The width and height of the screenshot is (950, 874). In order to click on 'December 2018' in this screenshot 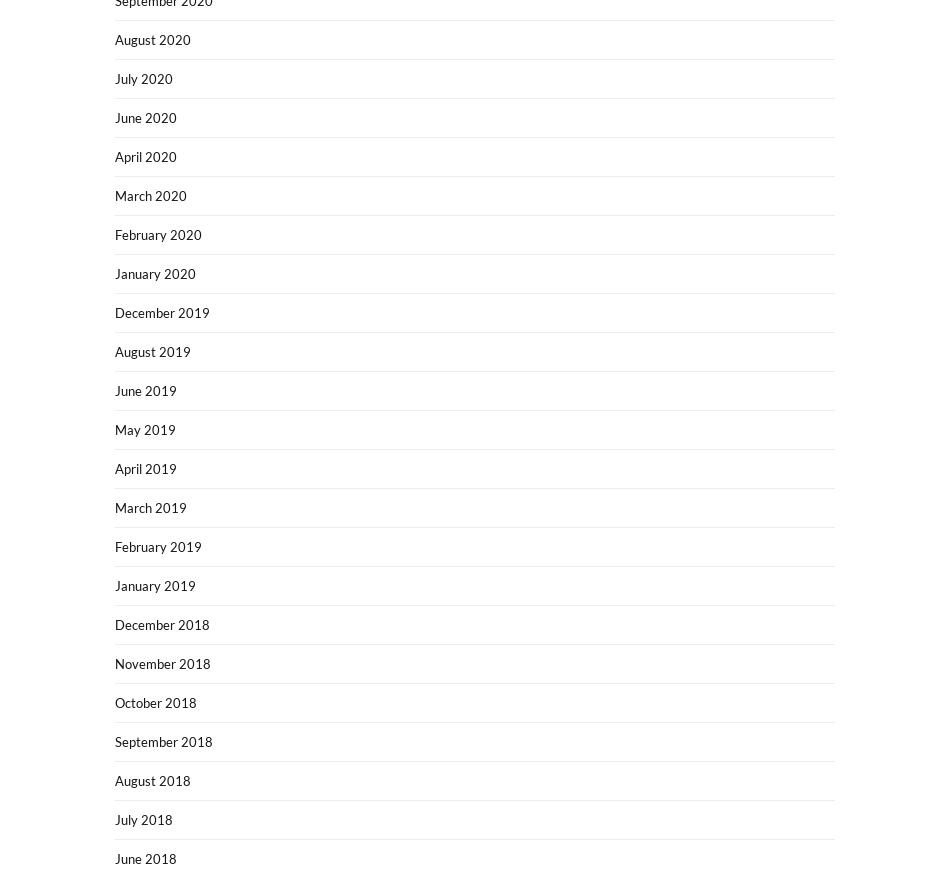, I will do `click(162, 623)`.